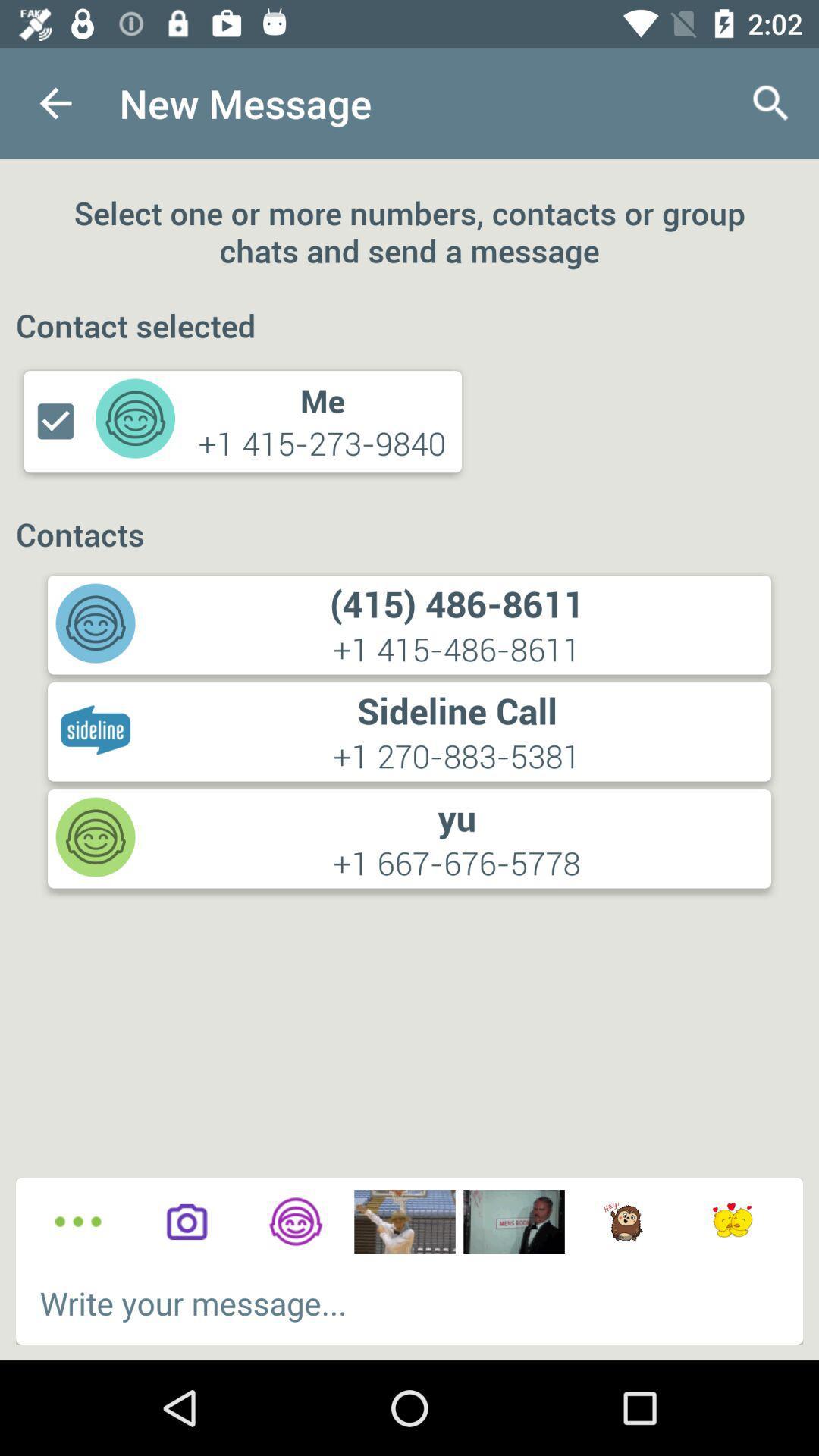 The width and height of the screenshot is (819, 1456). Describe the element at coordinates (409, 1302) in the screenshot. I see `write mensage` at that location.